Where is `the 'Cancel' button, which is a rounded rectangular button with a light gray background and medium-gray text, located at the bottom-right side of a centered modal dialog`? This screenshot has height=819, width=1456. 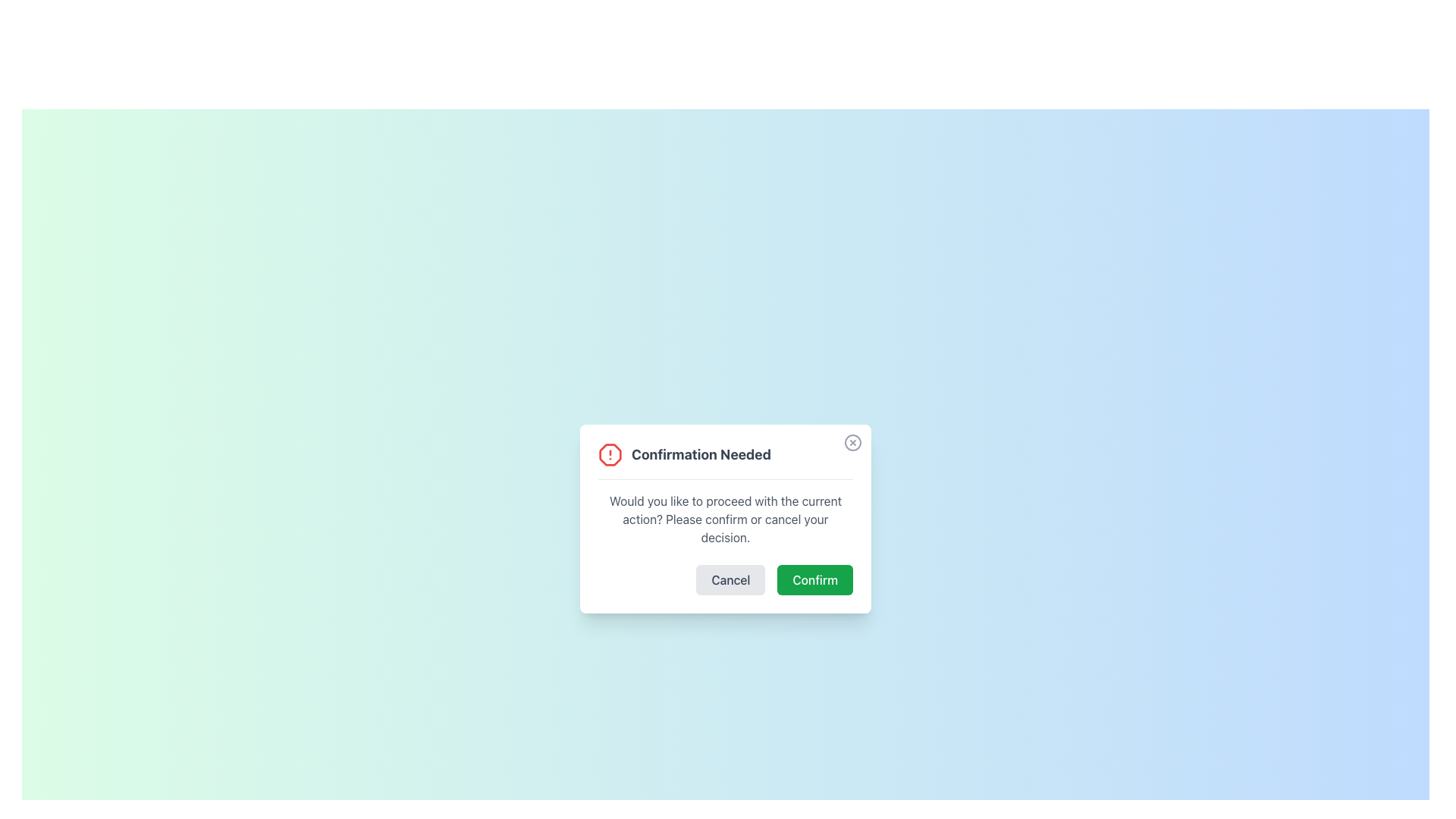
the 'Cancel' button, which is a rounded rectangular button with a light gray background and medium-gray text, located at the bottom-right side of a centered modal dialog is located at coordinates (731, 579).